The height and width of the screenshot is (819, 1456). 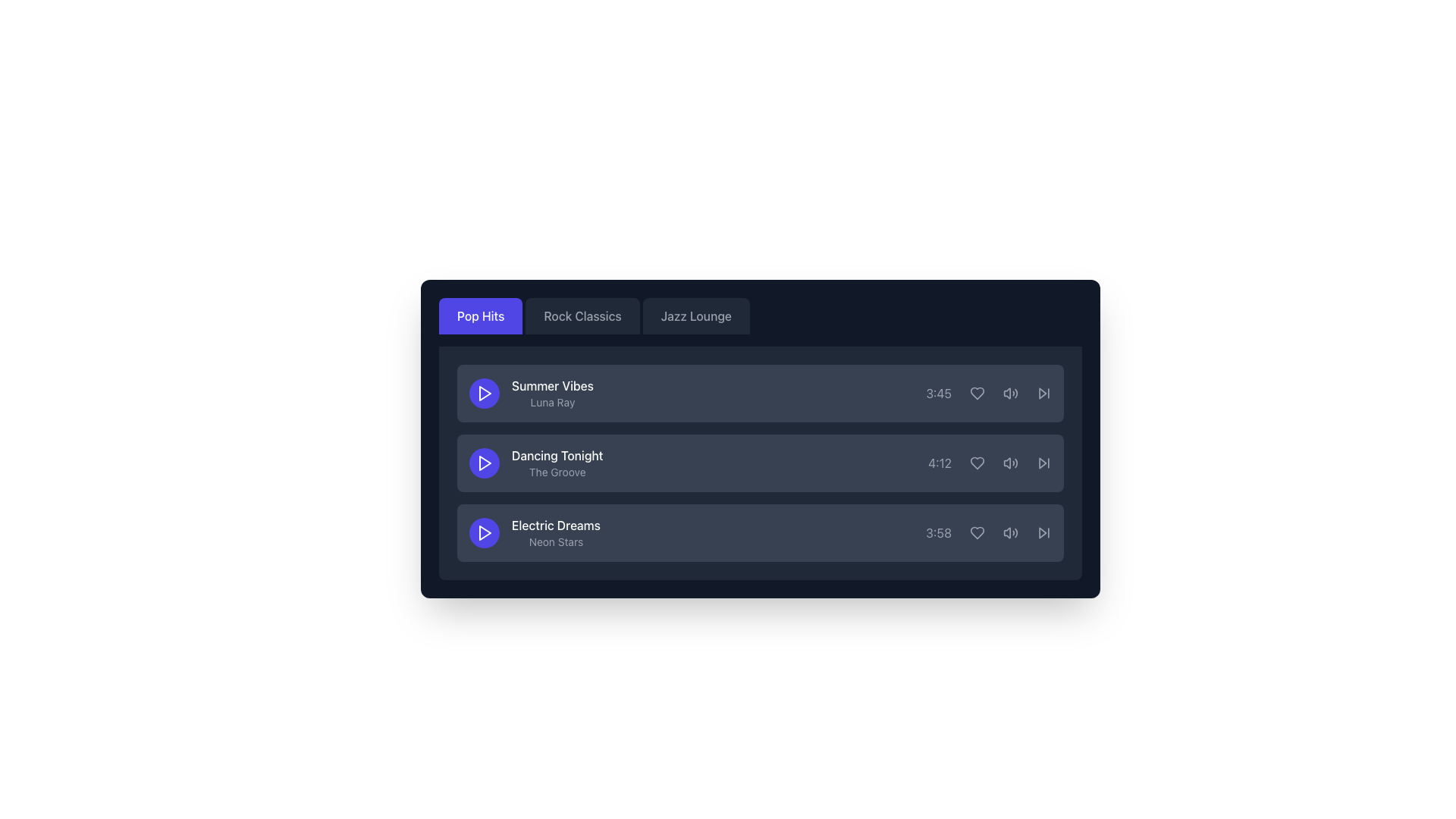 I want to click on the gray-colored text displaying the duration '4:12' for the song 'Dancing Tonight' by 'The Groove', located in the second row of the playlist, so click(x=939, y=462).